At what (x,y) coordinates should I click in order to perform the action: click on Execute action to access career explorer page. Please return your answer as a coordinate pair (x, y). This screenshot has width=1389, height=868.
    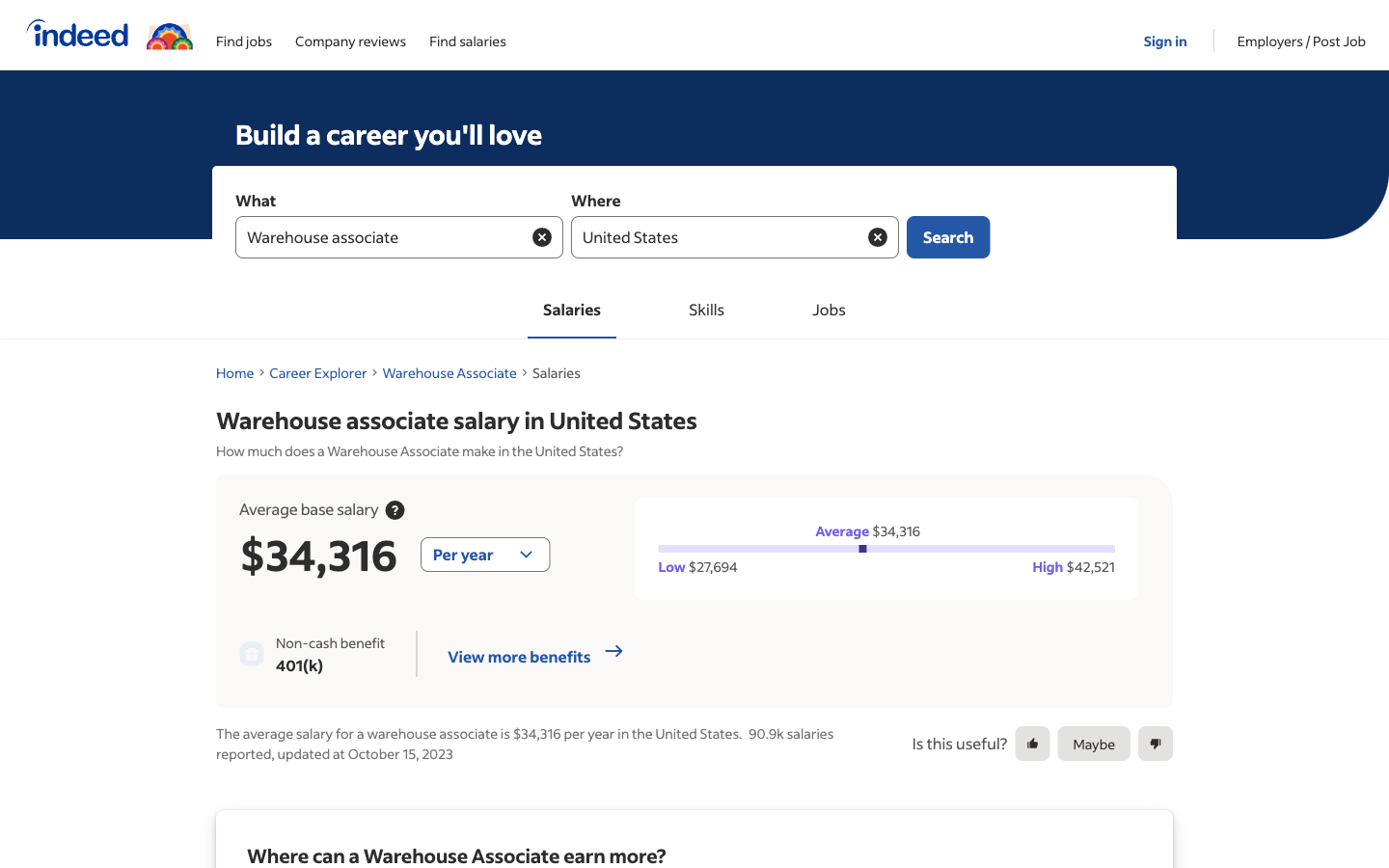
    Looking at the image, I should click on (318, 372).